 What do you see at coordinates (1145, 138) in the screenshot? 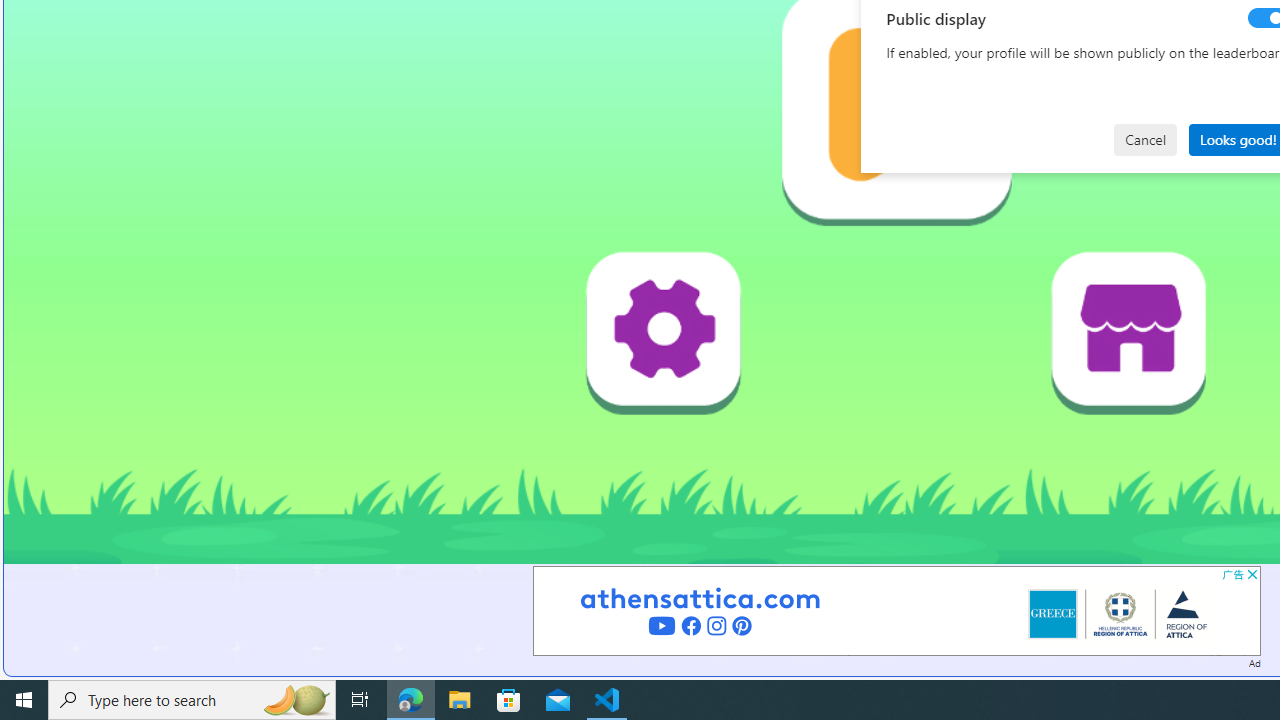
I see `'Cancel'` at bounding box center [1145, 138].